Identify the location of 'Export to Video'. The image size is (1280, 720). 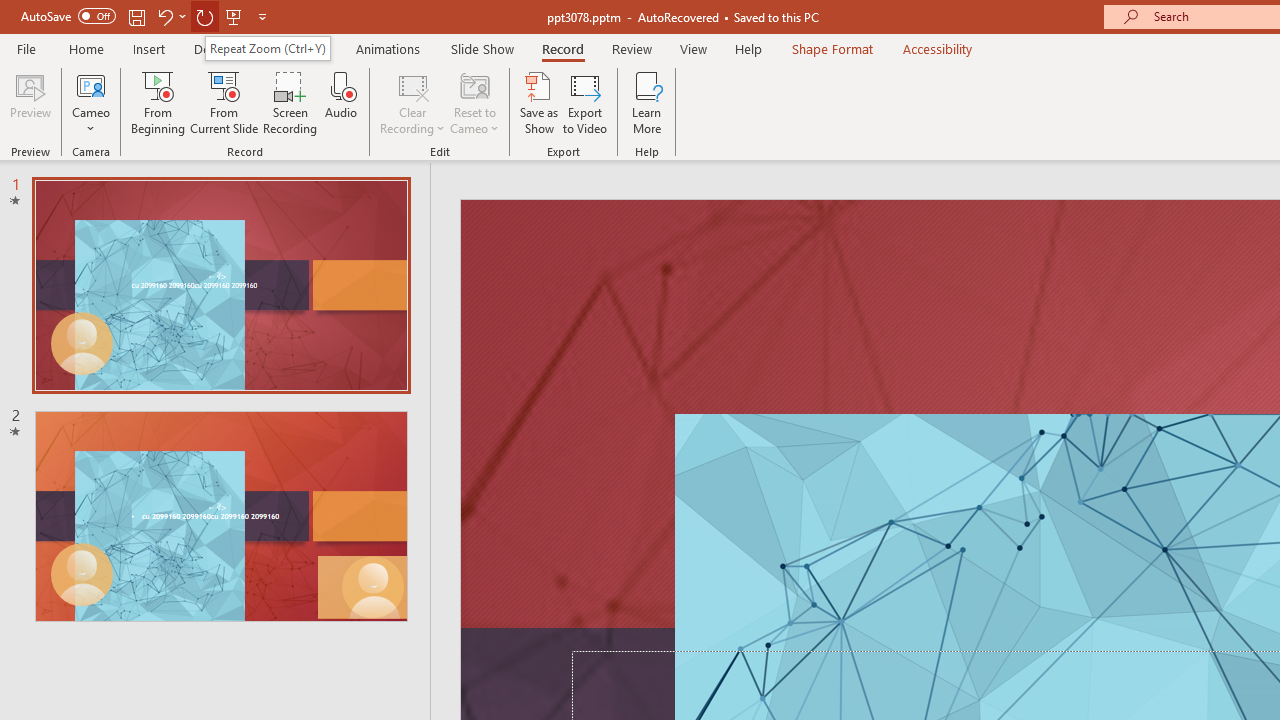
(584, 103).